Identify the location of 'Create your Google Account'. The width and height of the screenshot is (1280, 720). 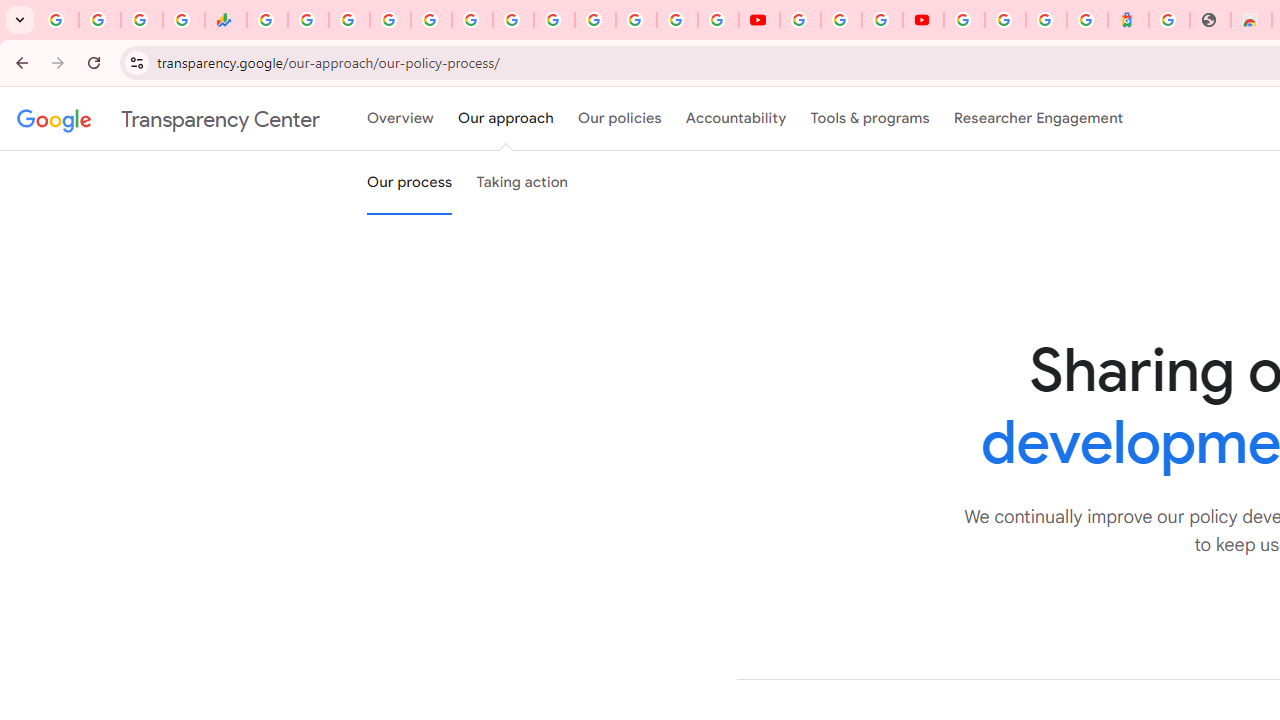
(880, 20).